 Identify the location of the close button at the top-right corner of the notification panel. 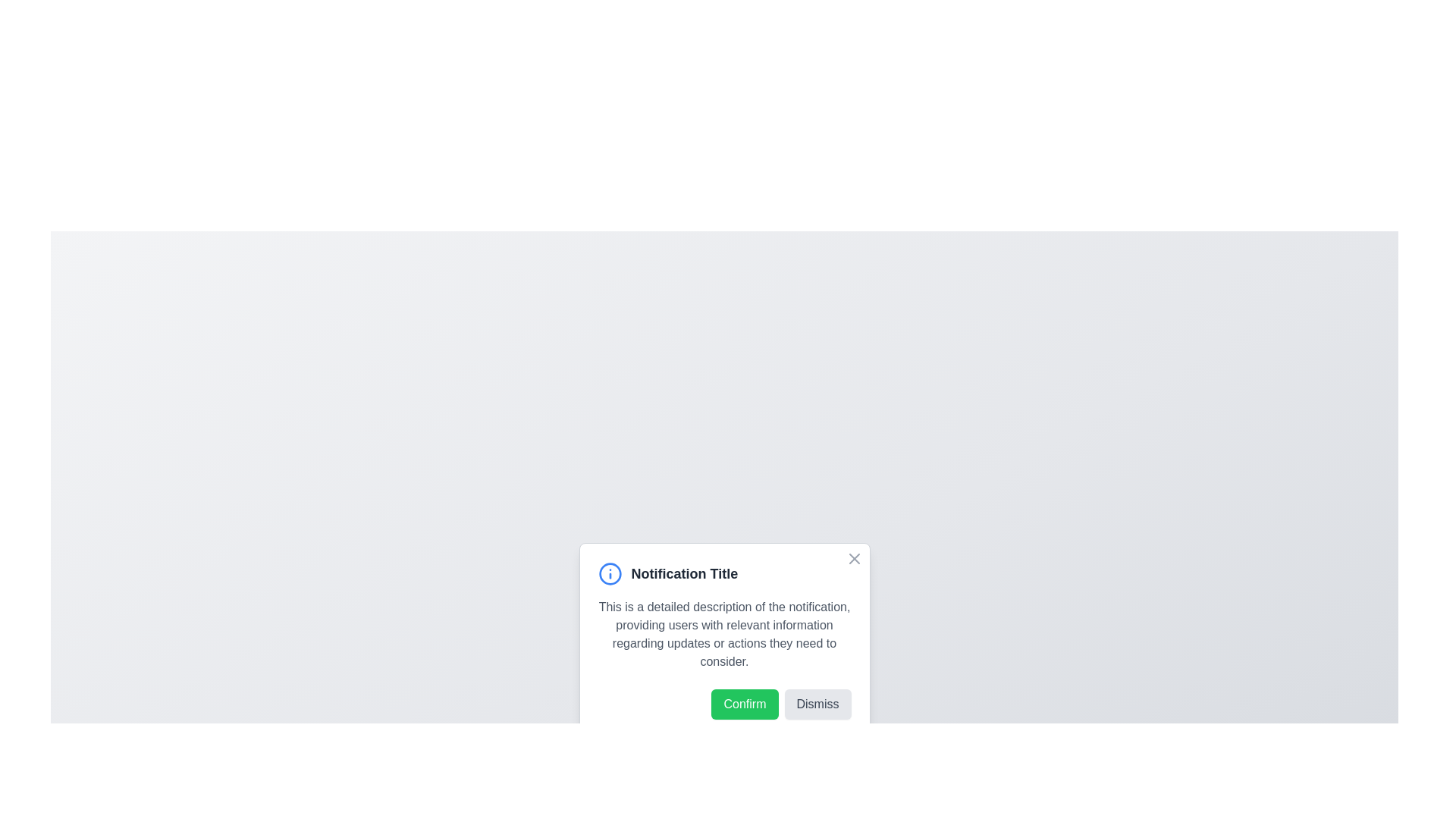
(854, 558).